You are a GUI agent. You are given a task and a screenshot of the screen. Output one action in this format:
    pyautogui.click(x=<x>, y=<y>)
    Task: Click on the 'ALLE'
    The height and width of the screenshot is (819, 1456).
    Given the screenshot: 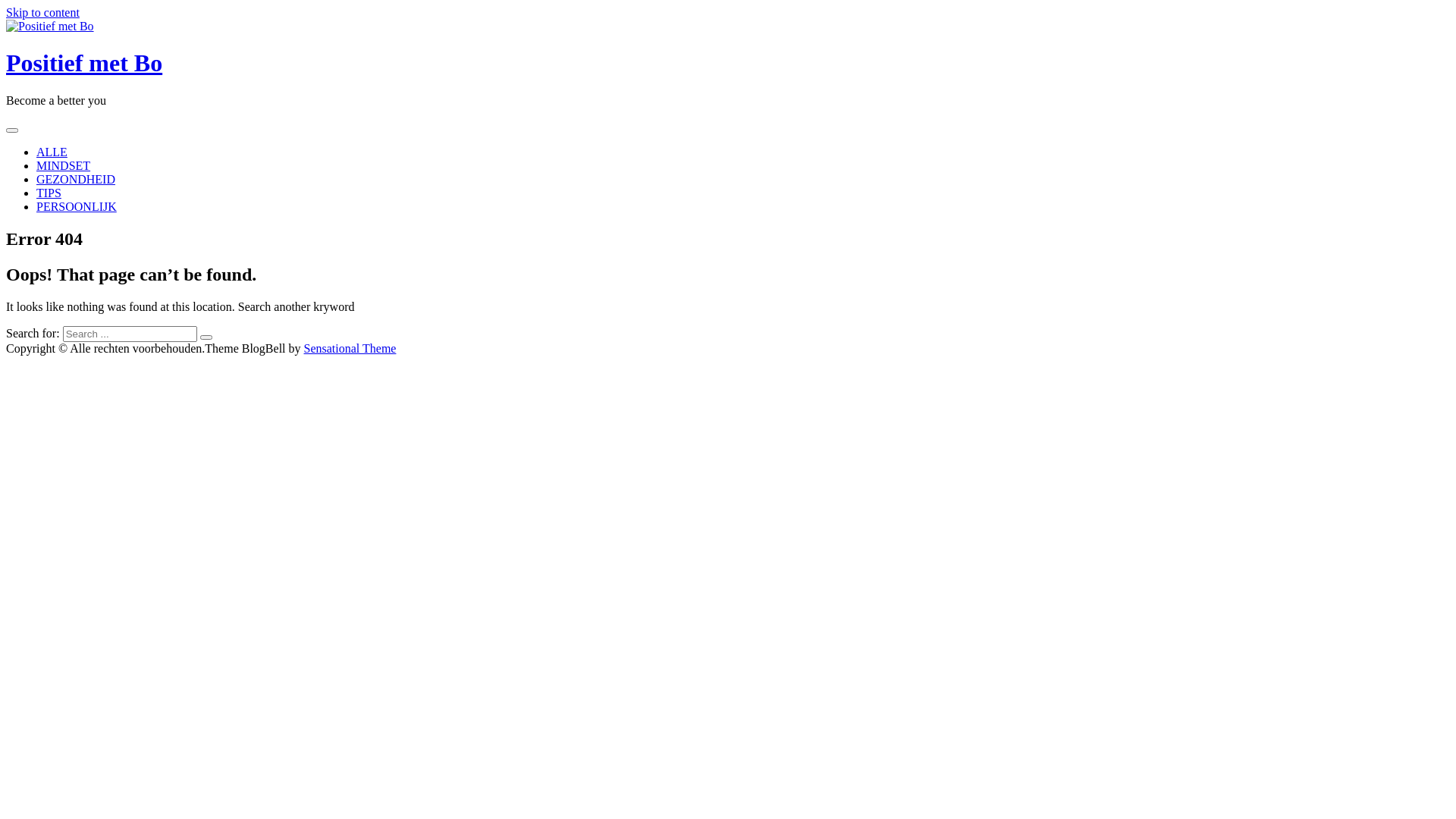 What is the action you would take?
    pyautogui.click(x=52, y=152)
    